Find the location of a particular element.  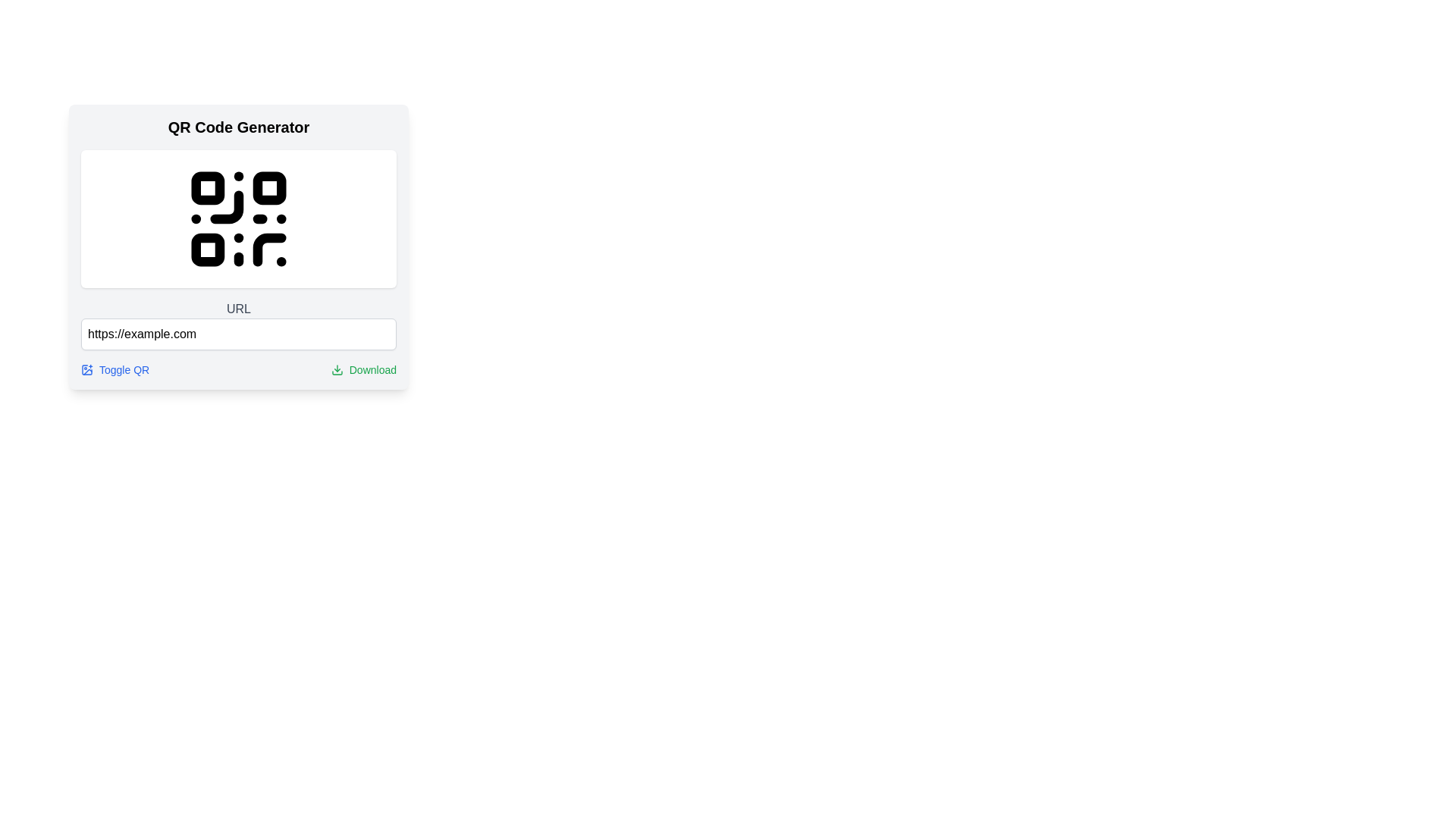

the small, black square with rounded corners located in the lower-left of the central QR code design is located at coordinates (207, 249).